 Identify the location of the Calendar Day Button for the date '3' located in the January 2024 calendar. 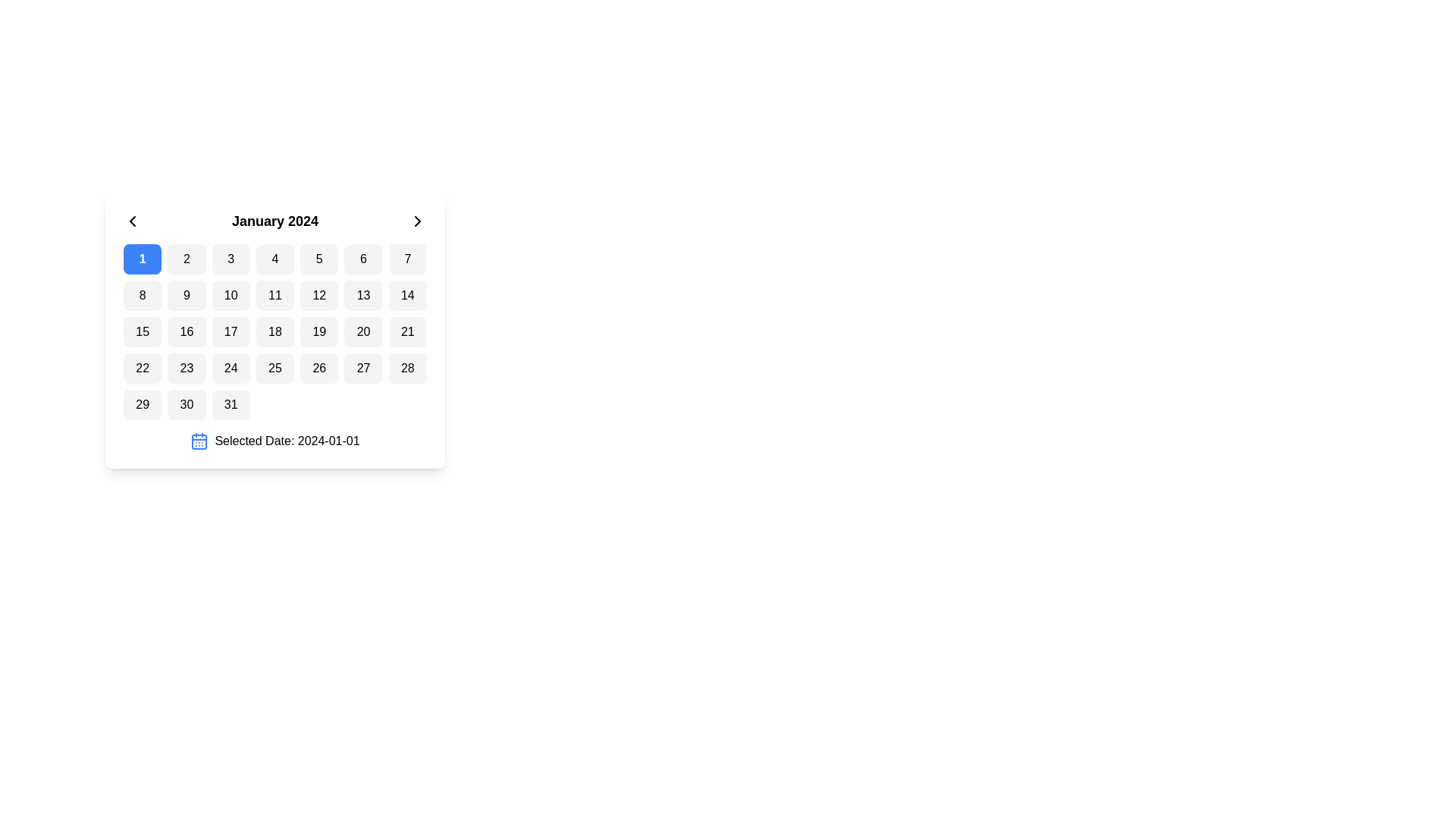
(230, 259).